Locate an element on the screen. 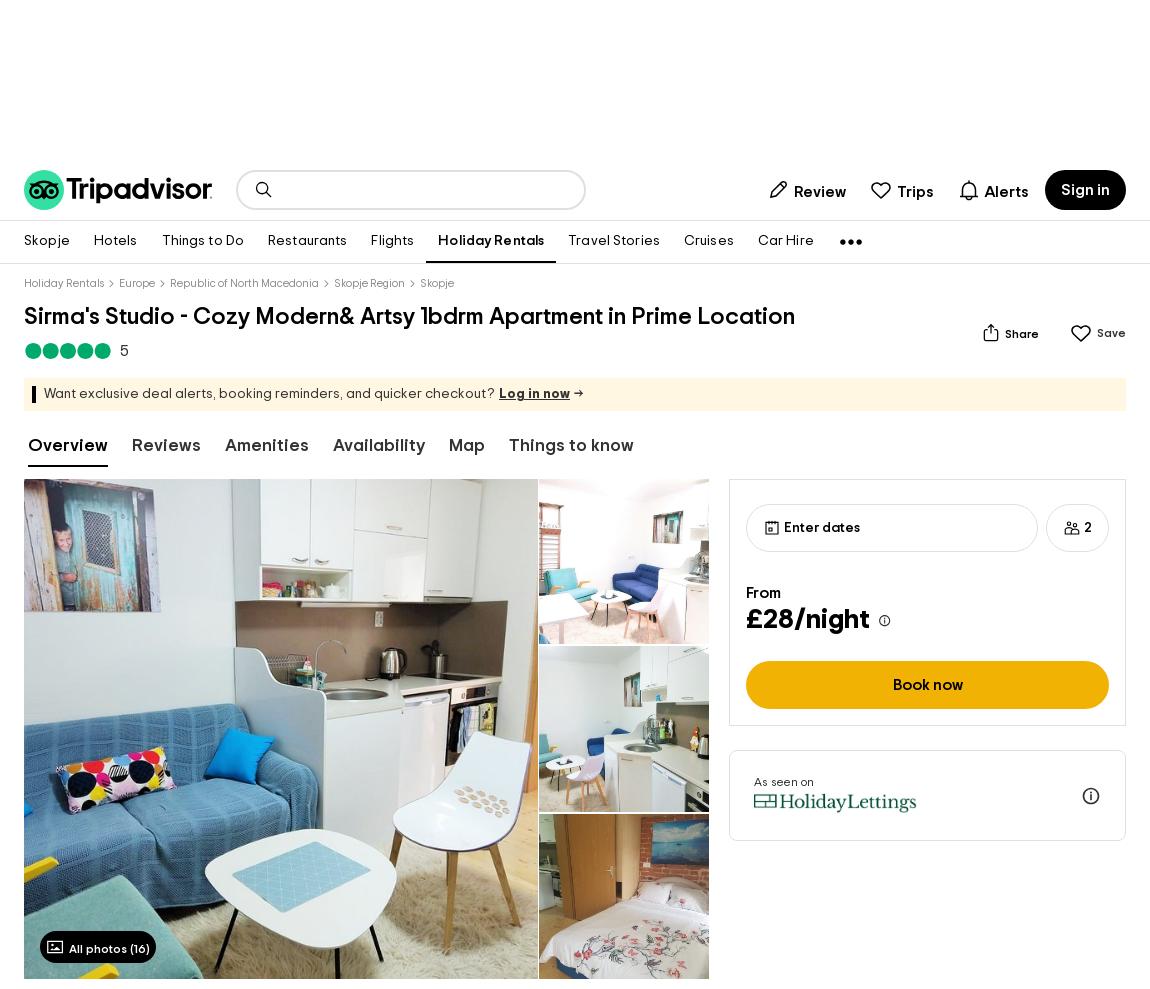 The height and width of the screenshot is (989, 1150). 'Want exclusive deal alerts, booking reminders, and quicker checkout?' is located at coordinates (268, 394).